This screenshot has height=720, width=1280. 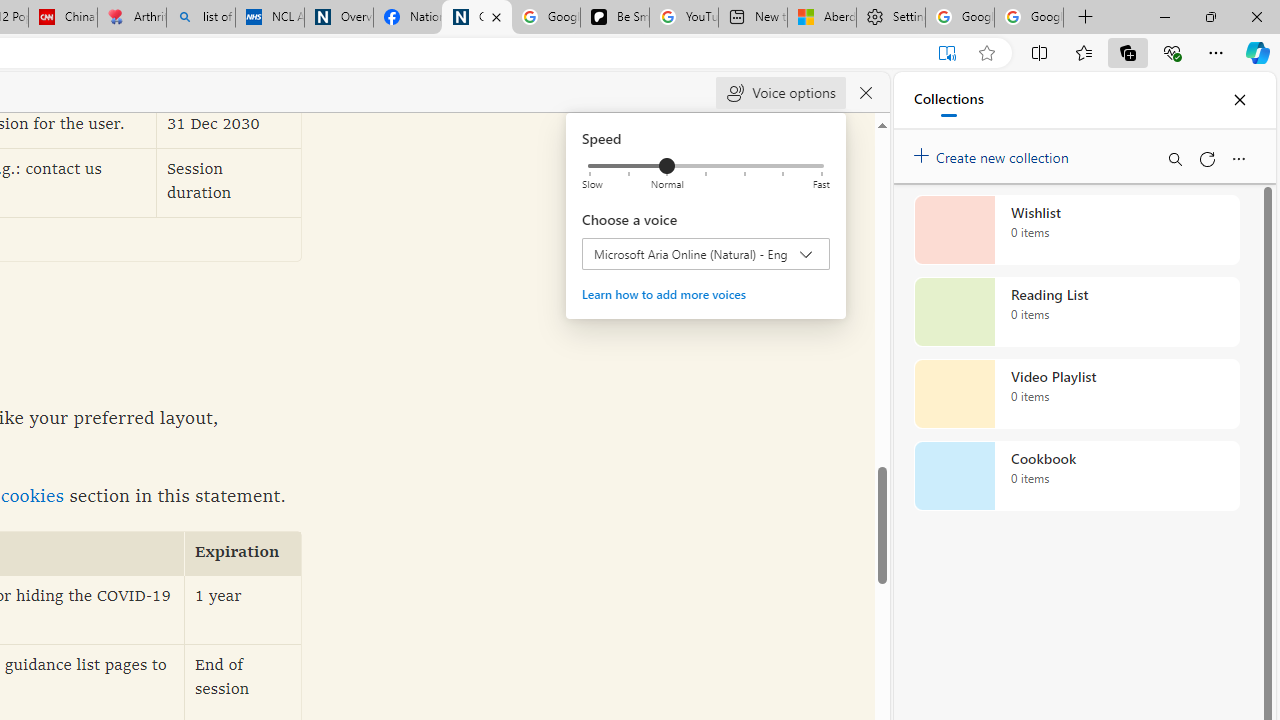 I want to click on 'Close read aloud', so click(x=865, y=92).